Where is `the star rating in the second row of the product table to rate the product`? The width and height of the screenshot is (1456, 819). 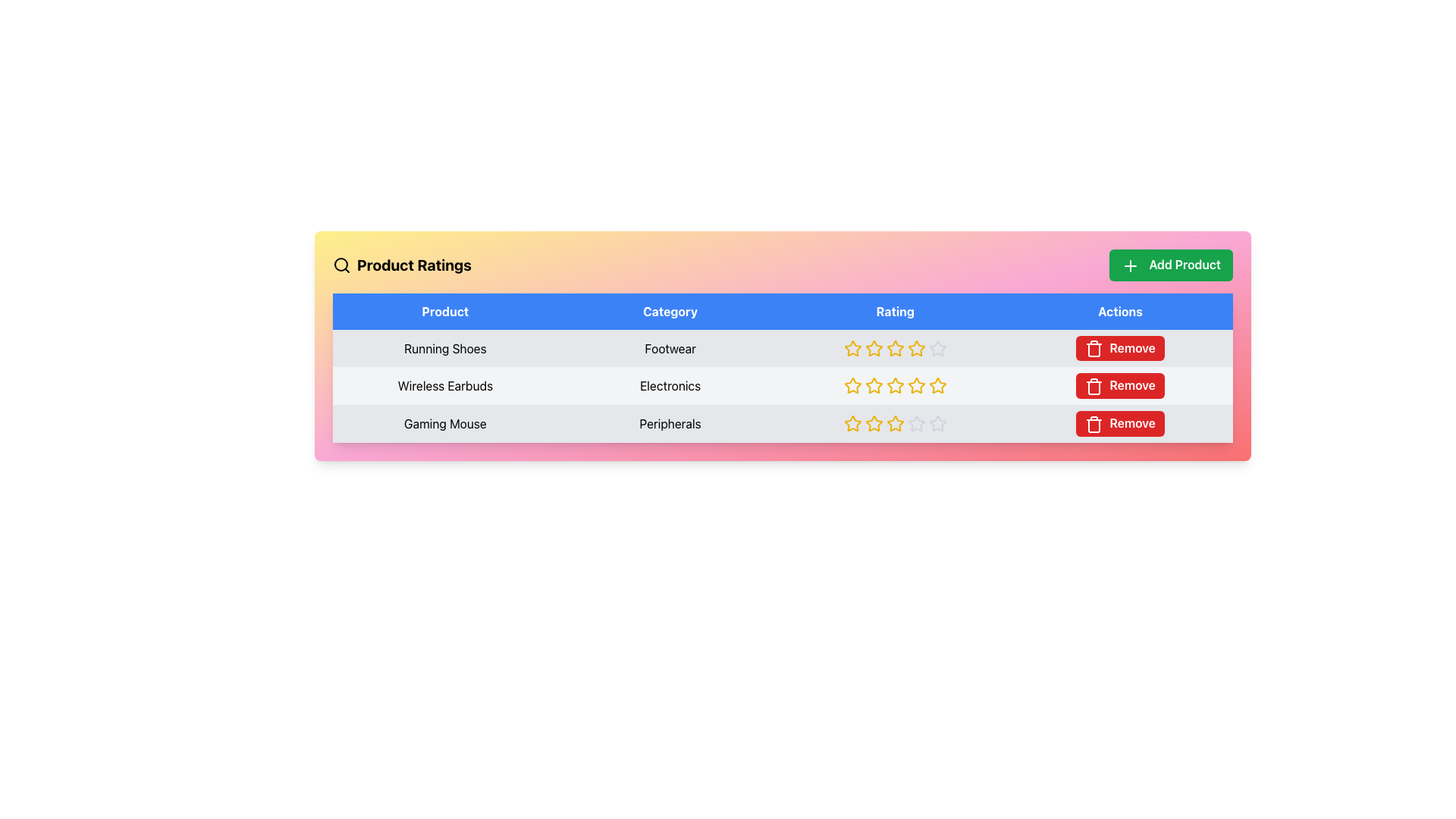 the star rating in the second row of the product table to rate the product is located at coordinates (783, 385).